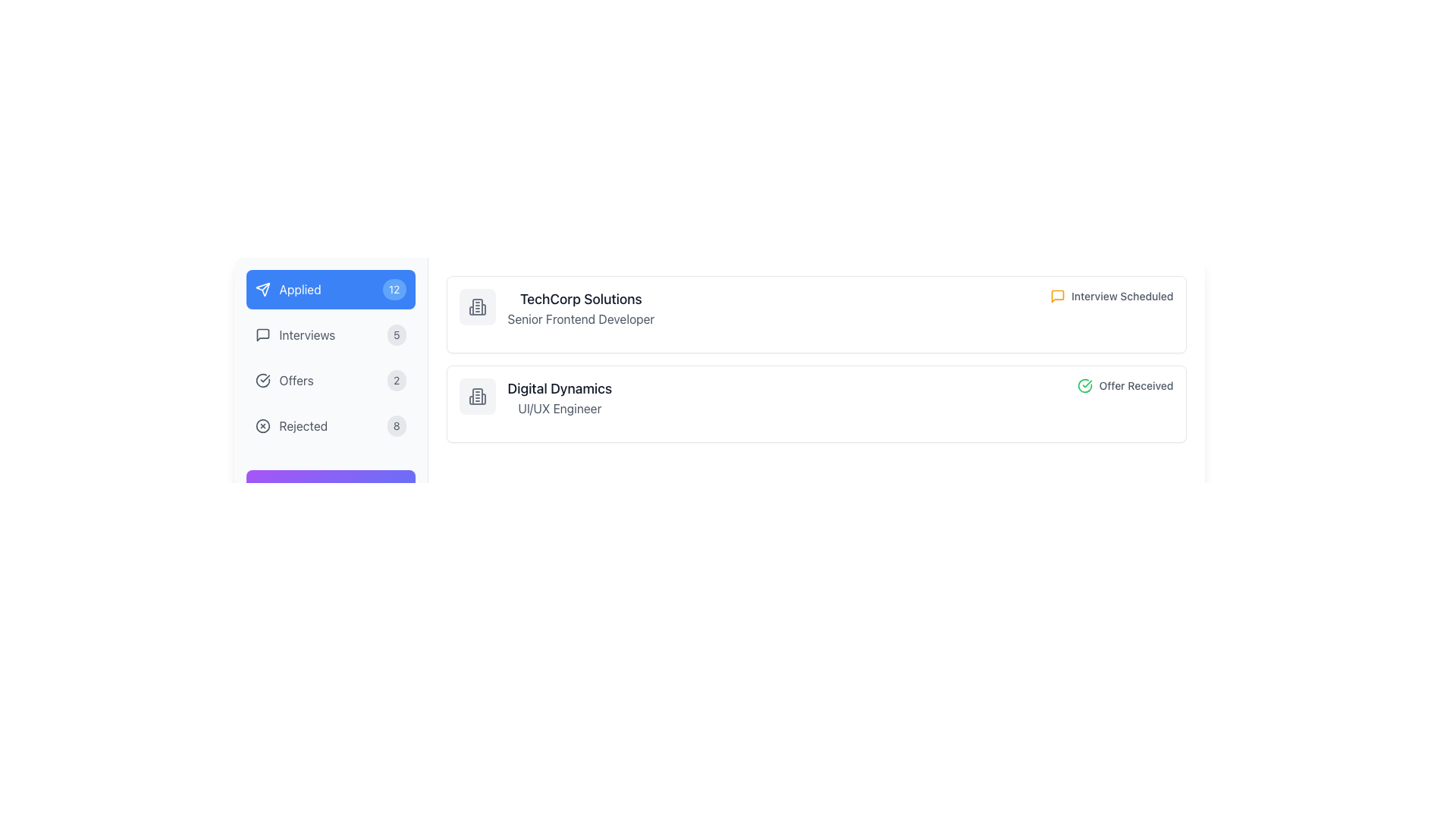  Describe the element at coordinates (262, 379) in the screenshot. I see `the circular outline SVG graphic element located in the sidebar navigation menu, adjacent to the 'Offers' text entry` at that location.